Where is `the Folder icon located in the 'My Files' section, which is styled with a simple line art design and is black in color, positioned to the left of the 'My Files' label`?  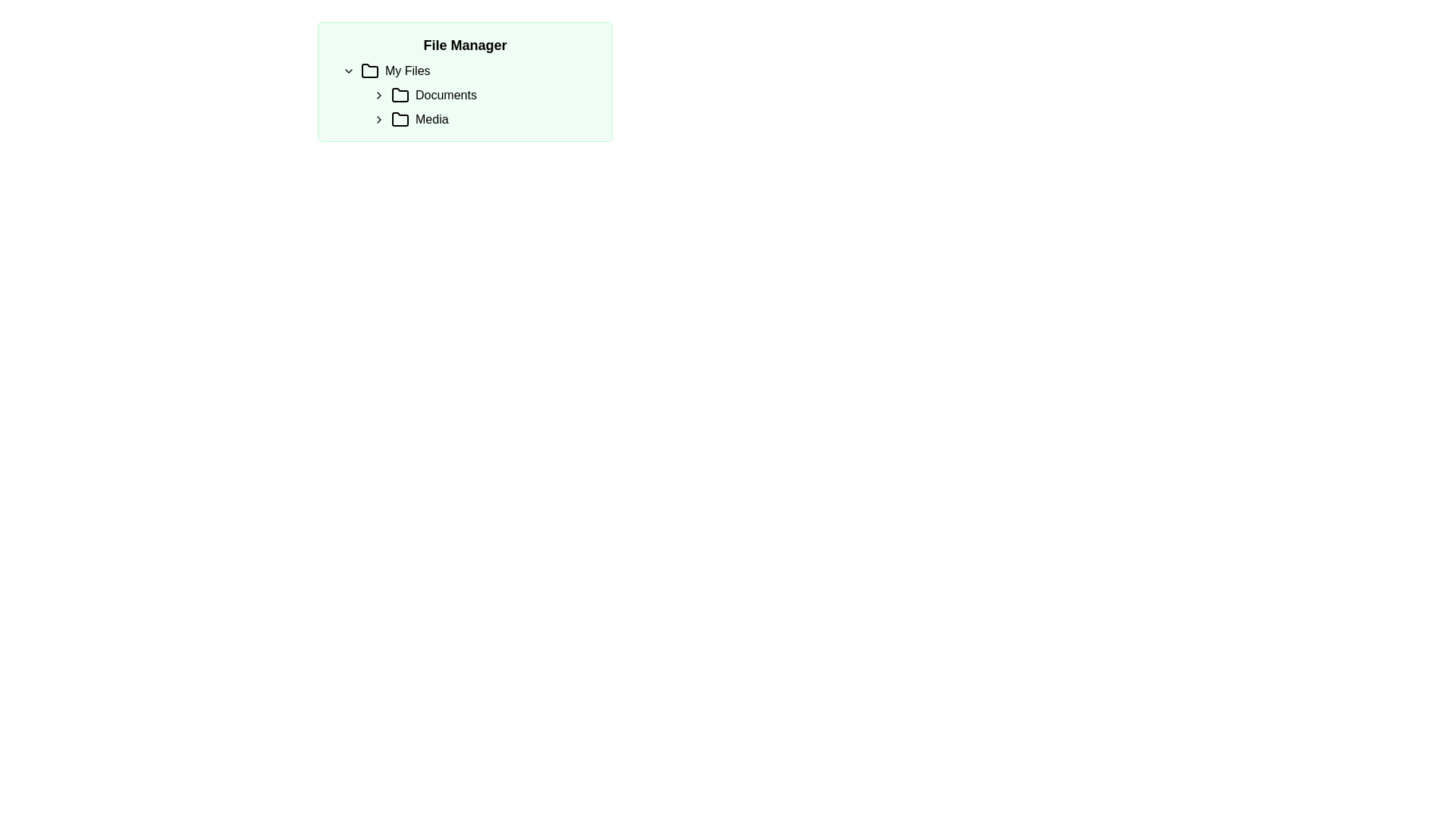 the Folder icon located in the 'My Files' section, which is styled with a simple line art design and is black in color, positioned to the left of the 'My Files' label is located at coordinates (370, 71).